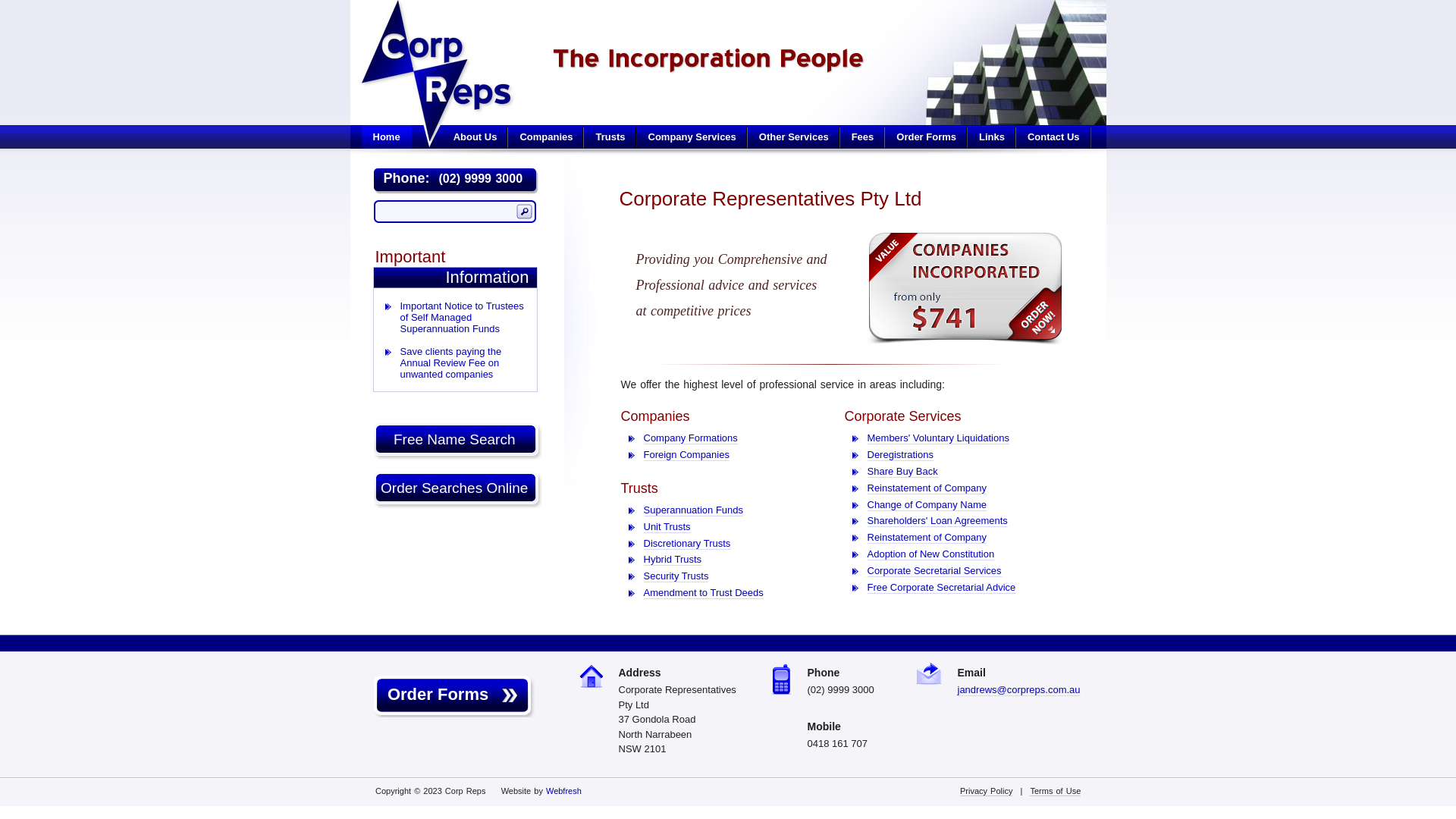 This screenshot has width=1456, height=819. I want to click on 'Company Formations', so click(643, 438).